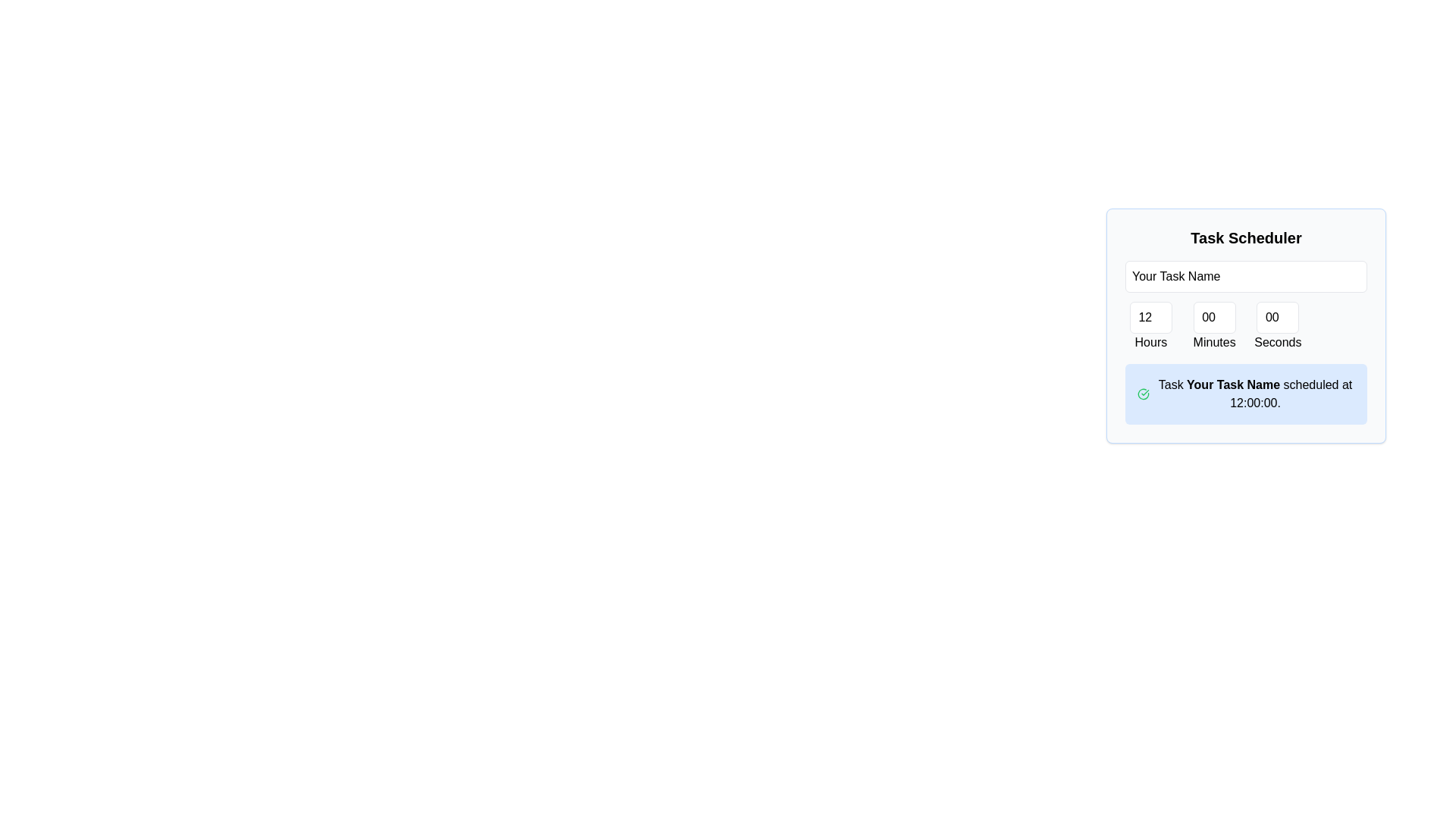  What do you see at coordinates (1246, 237) in the screenshot?
I see `the title text of the scheduler feature, which is positioned at the top of the box containing form elements and above the 'Your Task Name' input box` at bounding box center [1246, 237].